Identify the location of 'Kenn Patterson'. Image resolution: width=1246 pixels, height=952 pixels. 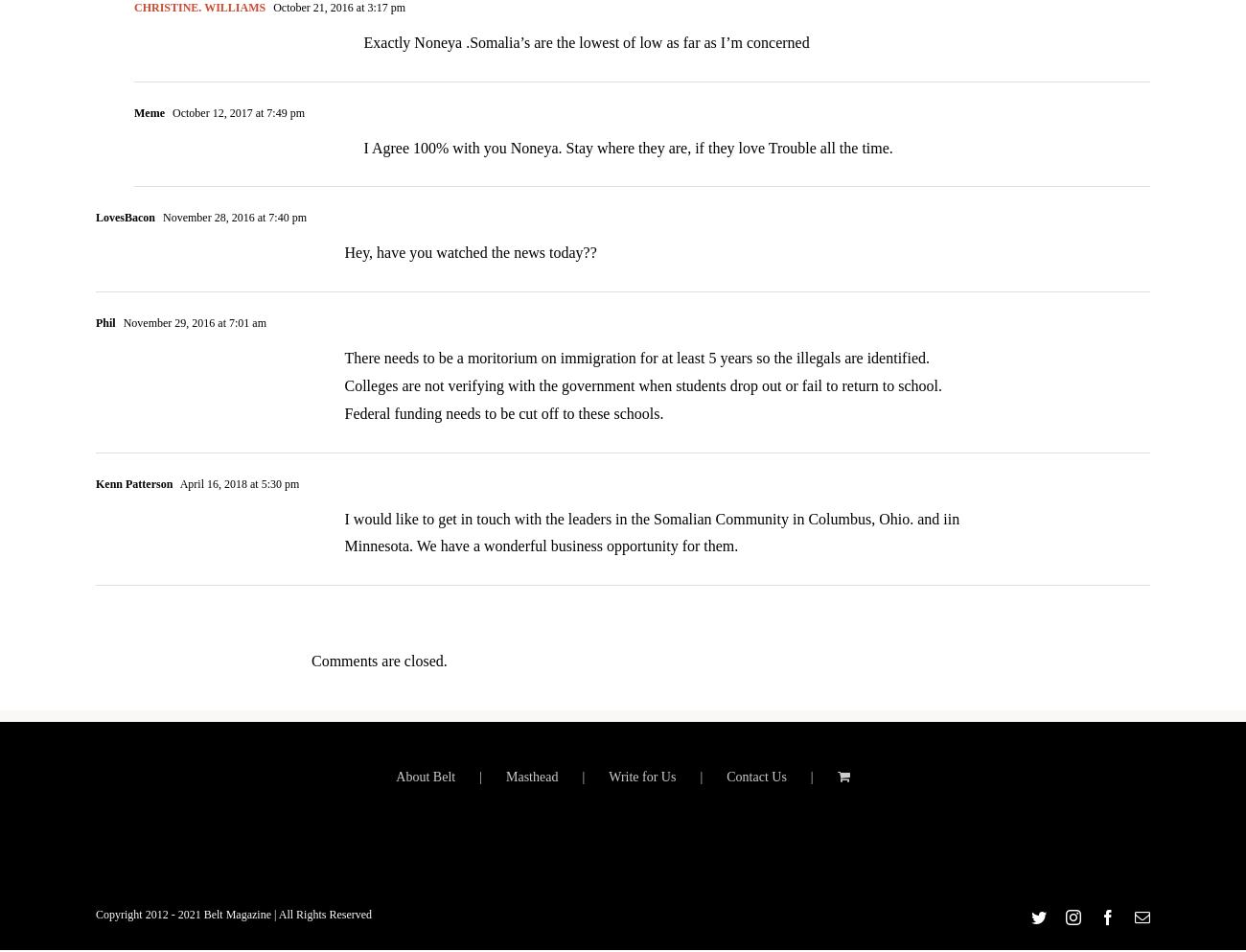
(133, 497).